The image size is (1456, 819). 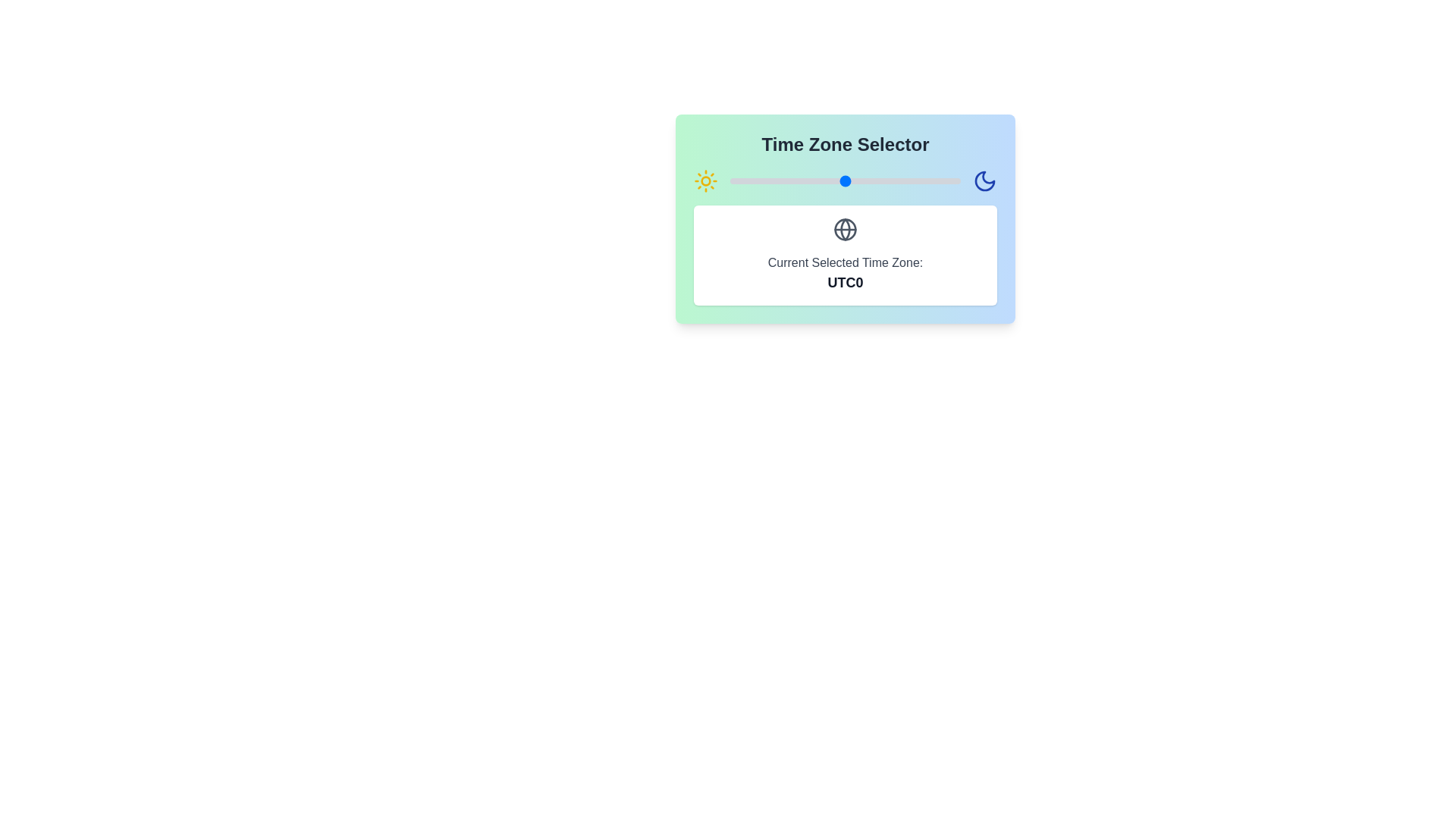 What do you see at coordinates (937, 180) in the screenshot?
I see `the time zone offset` at bounding box center [937, 180].